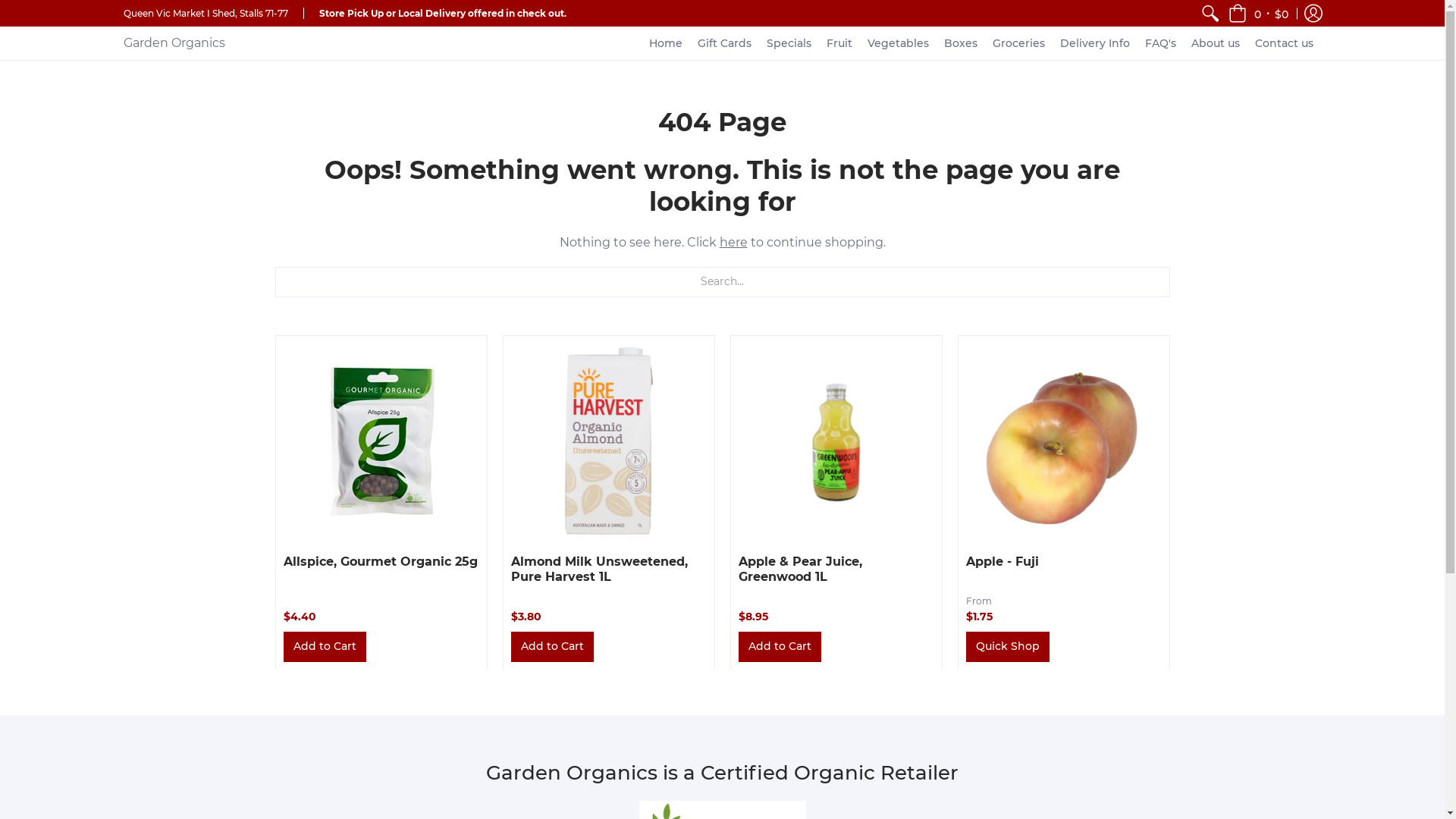  What do you see at coordinates (839, 42) in the screenshot?
I see `'Fruit'` at bounding box center [839, 42].